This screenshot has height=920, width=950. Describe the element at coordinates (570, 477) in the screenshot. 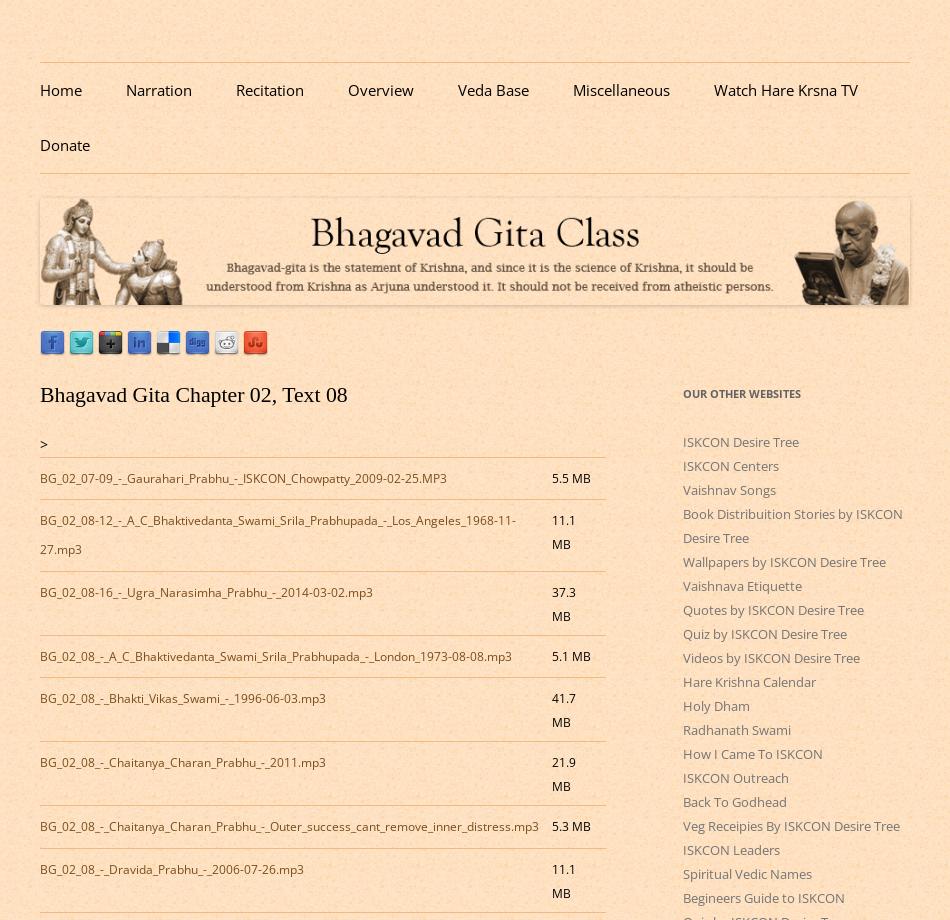

I see `'5.5 MB'` at that location.